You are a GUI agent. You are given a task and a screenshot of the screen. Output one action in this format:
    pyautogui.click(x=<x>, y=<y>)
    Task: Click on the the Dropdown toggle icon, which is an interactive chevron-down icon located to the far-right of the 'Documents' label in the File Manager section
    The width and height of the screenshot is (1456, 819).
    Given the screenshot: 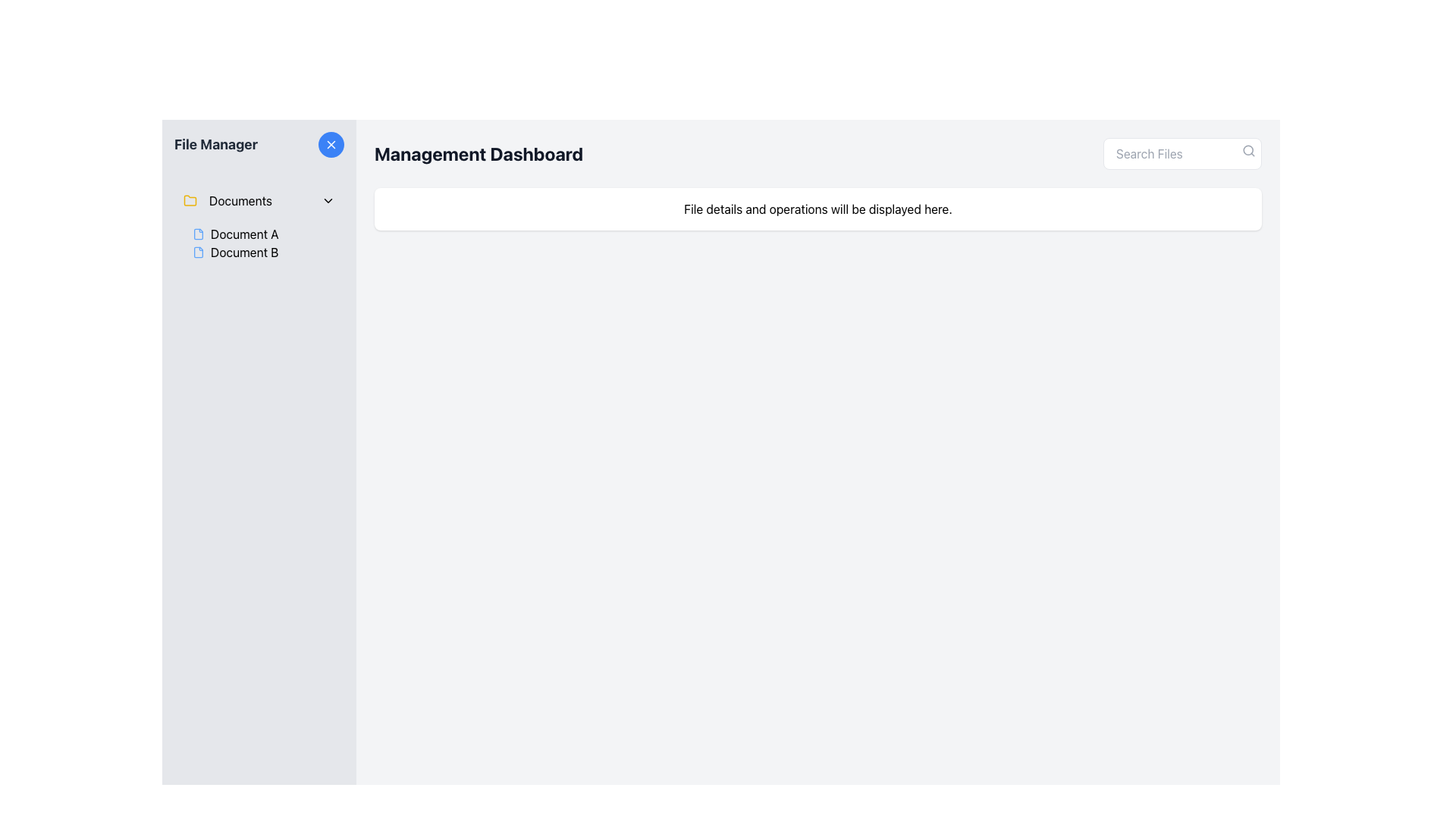 What is the action you would take?
    pyautogui.click(x=327, y=200)
    